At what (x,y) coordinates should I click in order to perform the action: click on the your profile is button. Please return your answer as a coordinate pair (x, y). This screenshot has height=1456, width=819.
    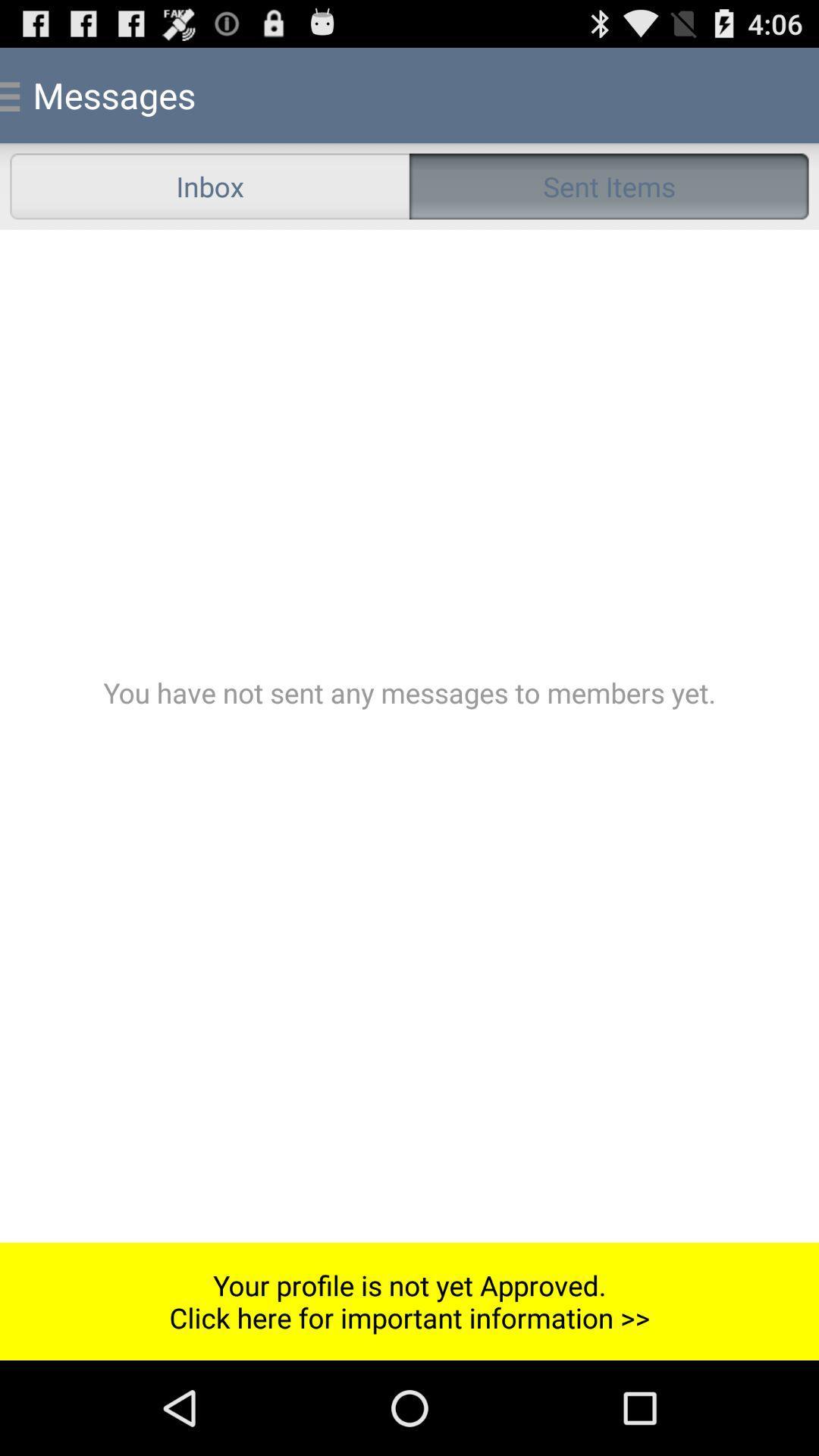
    Looking at the image, I should click on (409, 1301).